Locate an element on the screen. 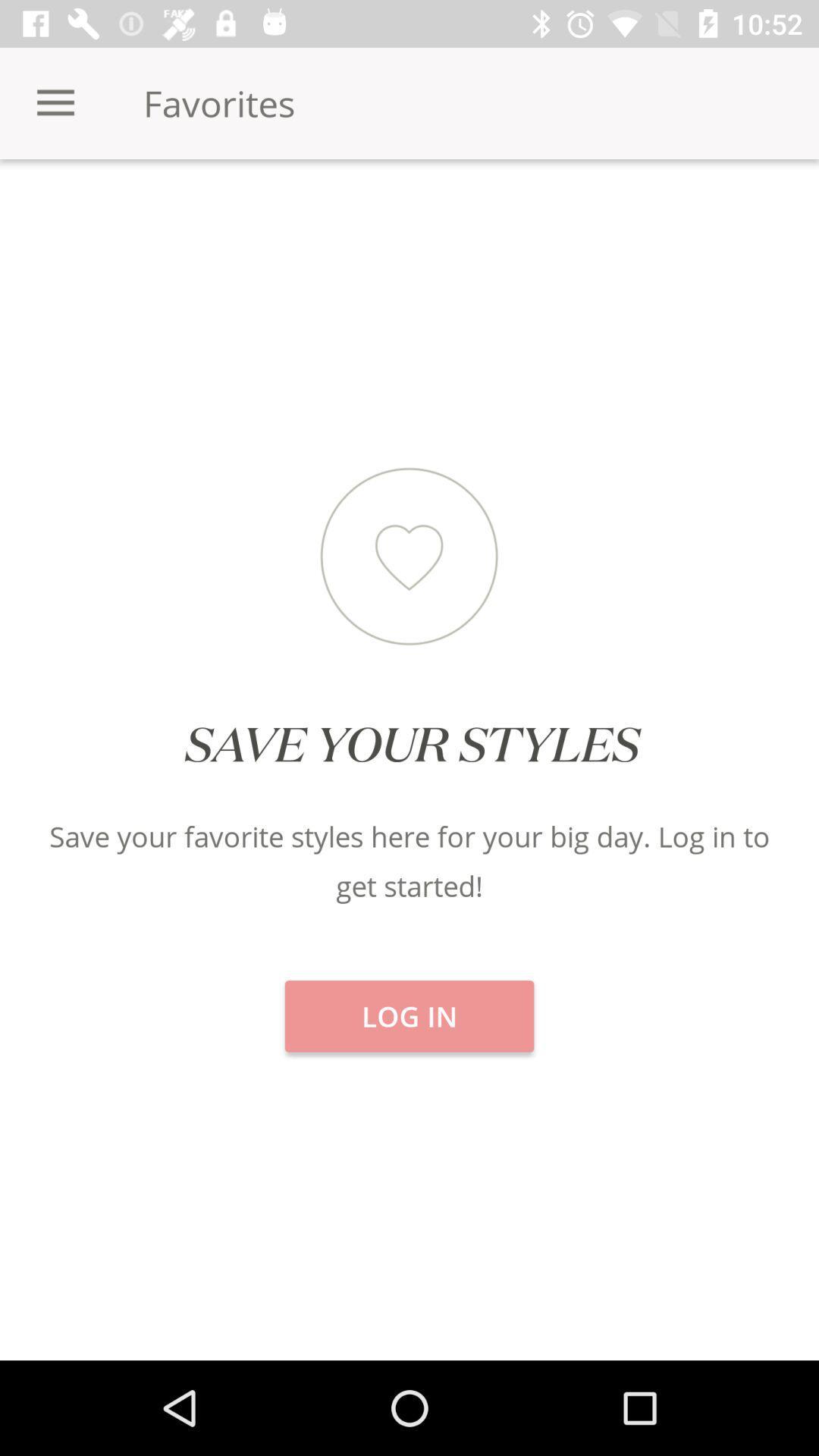 This screenshot has width=819, height=1456. the icon next to featured is located at coordinates (136, 212).